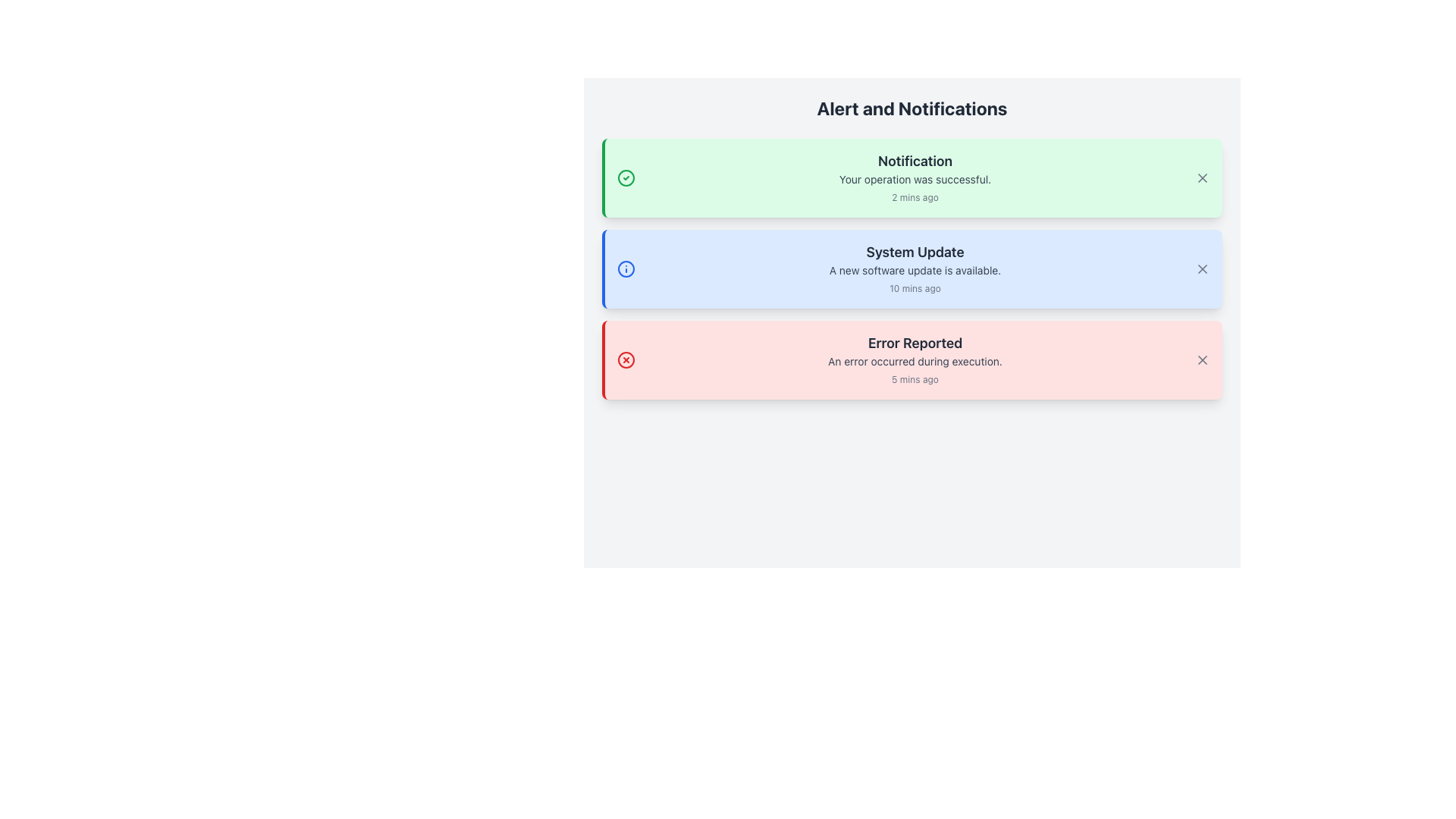 This screenshot has height=819, width=1456. What do you see at coordinates (914, 270) in the screenshot?
I see `the notification message Text Label indicating the availability of a new software update, located under the title 'System Update'` at bounding box center [914, 270].